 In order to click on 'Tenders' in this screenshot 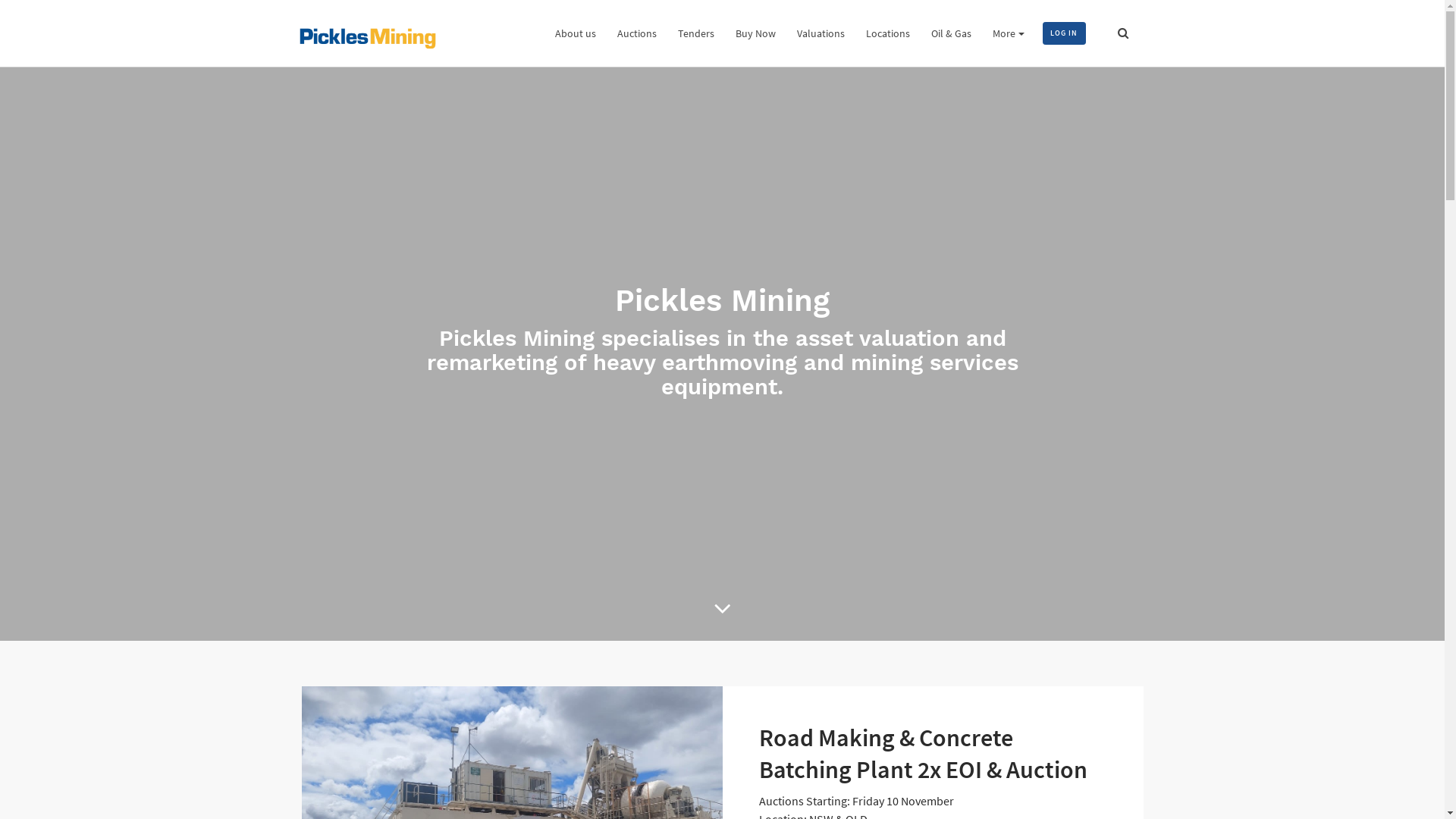, I will do `click(695, 32)`.